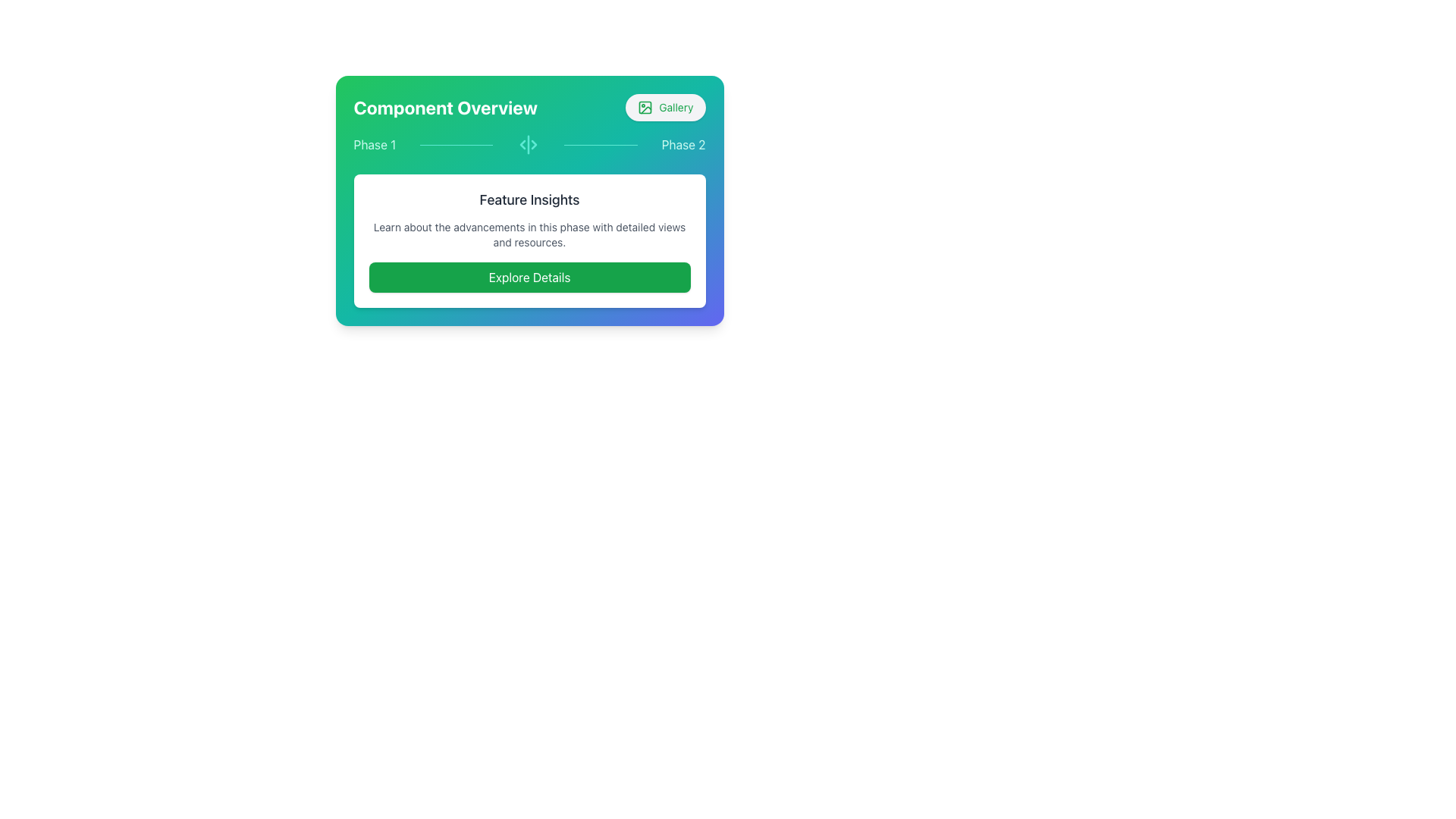  Describe the element at coordinates (522, 145) in the screenshot. I see `the middle arrow icon in the navigation system, positioned between a left vertical line and a right-pointing triangular shape` at that location.